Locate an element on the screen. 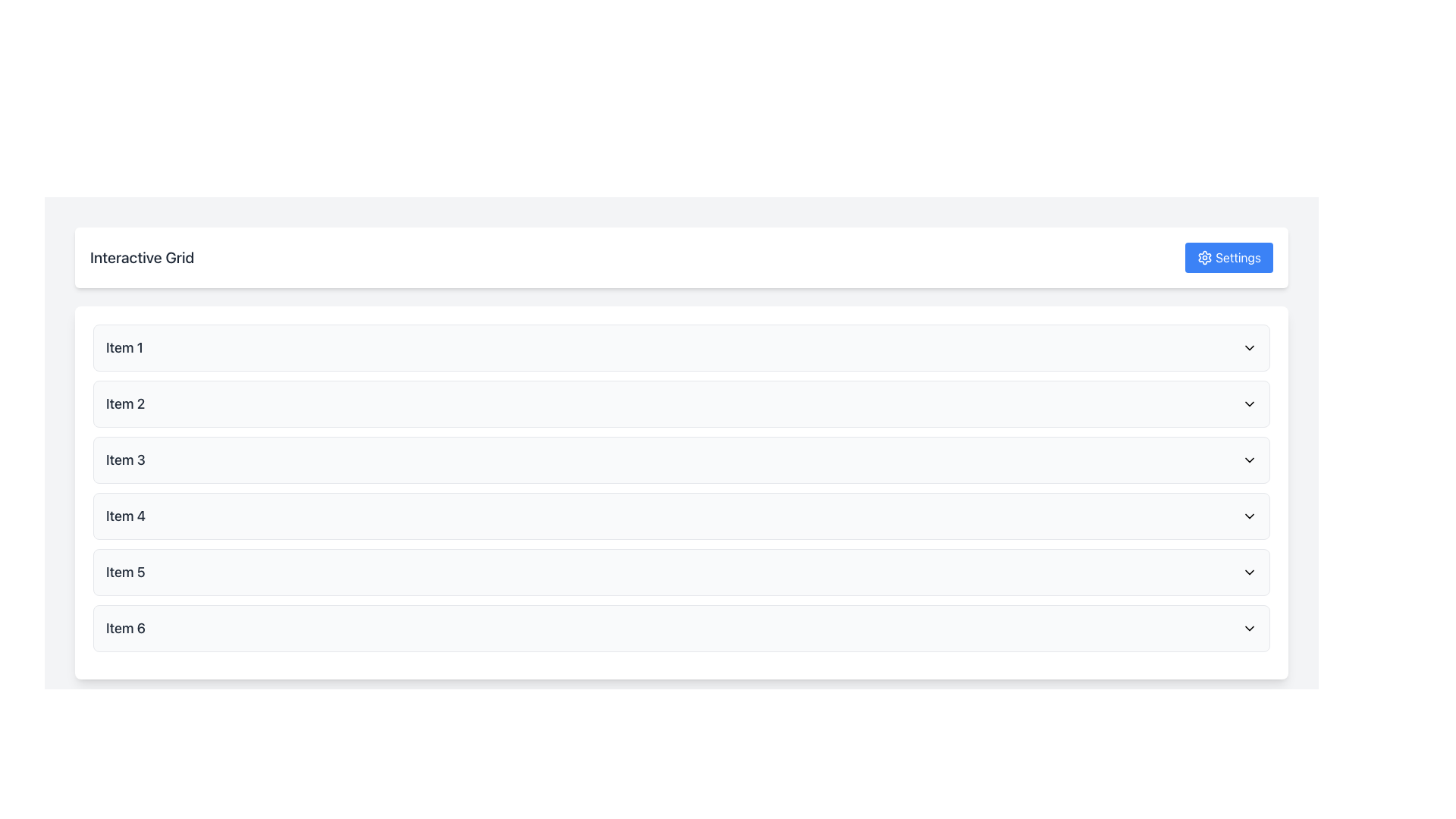 This screenshot has height=819, width=1456. to select the list item labeled 'Item 5', which is positioned in a vertical list with a dropdown toggle is located at coordinates (680, 573).